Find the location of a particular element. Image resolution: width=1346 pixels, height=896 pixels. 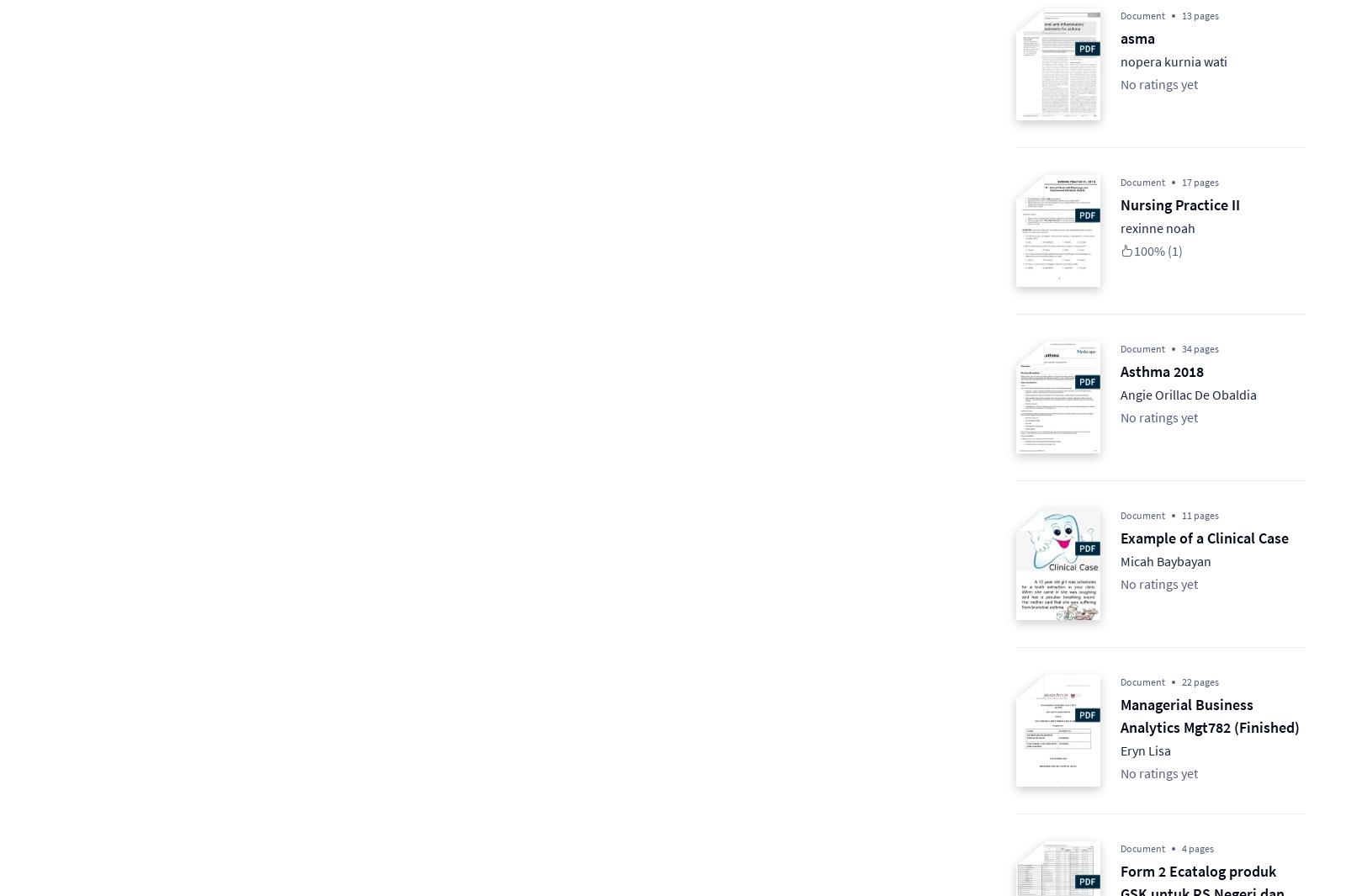

'Managerial Business Analytics Mgt782 (Finished)' is located at coordinates (1210, 716).